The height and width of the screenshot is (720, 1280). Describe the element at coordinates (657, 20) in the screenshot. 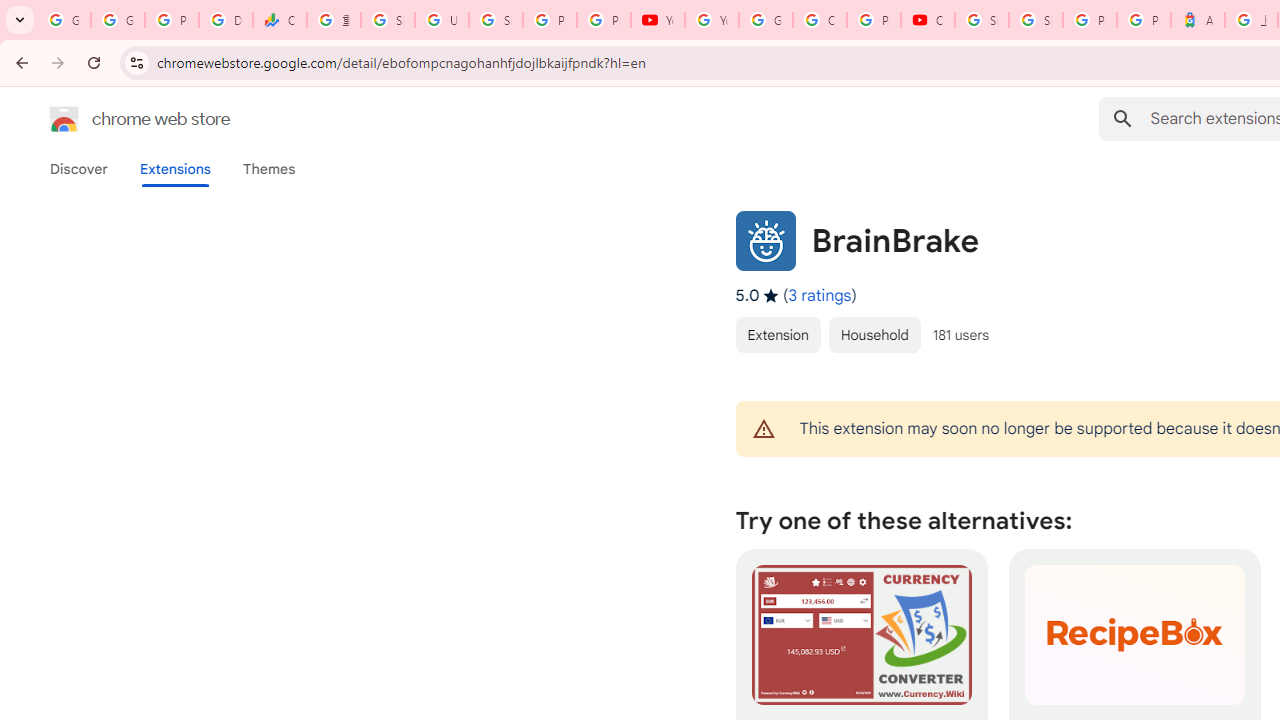

I see `'YouTube'` at that location.